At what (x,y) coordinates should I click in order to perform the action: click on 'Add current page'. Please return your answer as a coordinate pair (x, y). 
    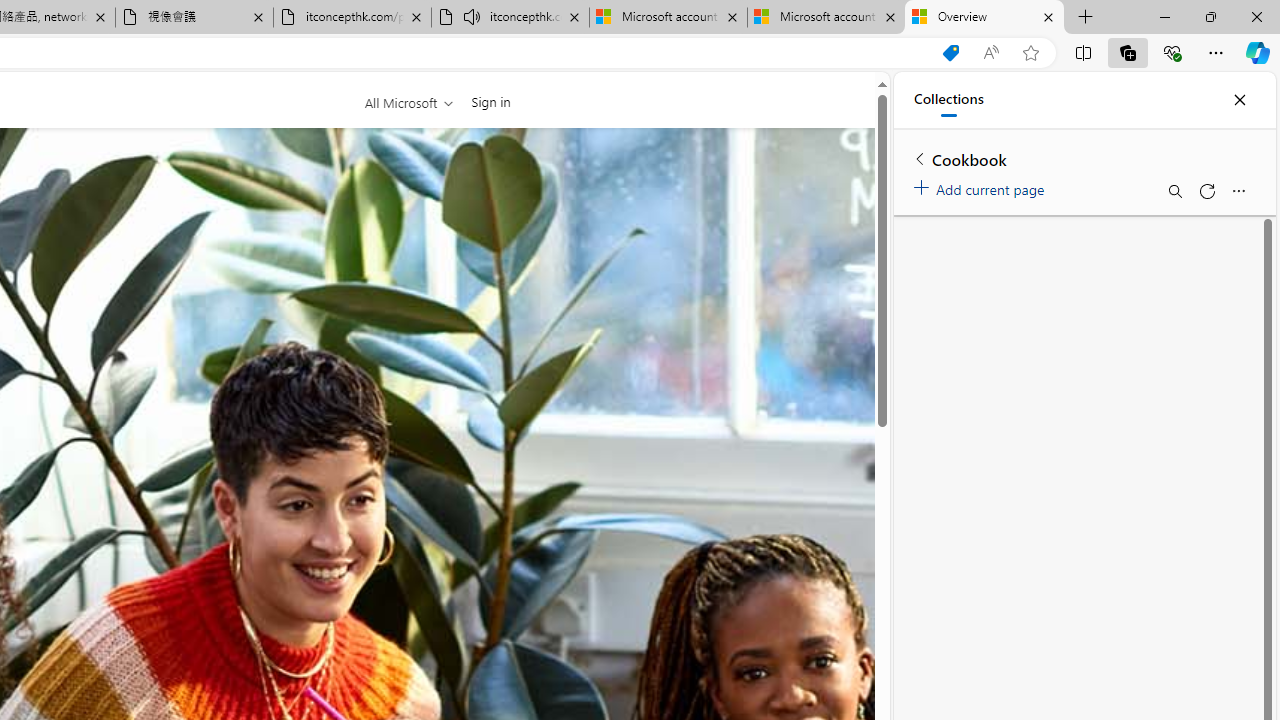
    Looking at the image, I should click on (983, 186).